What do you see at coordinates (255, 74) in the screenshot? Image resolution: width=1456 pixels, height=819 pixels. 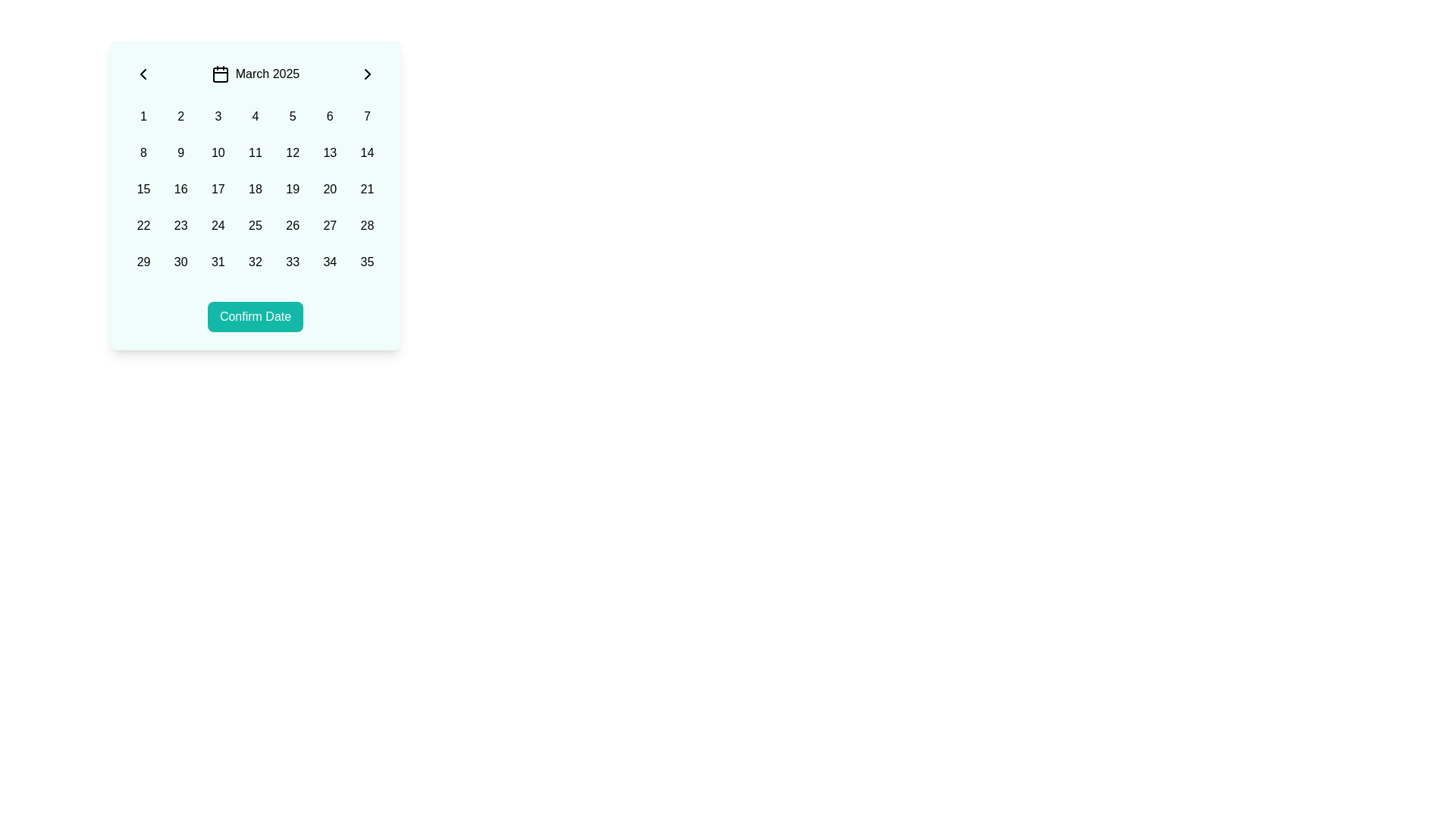 I see `the static text label displaying 'March 2025' in the date picker interface, which is centrally aligned and flanked by navigation chevrons` at bounding box center [255, 74].